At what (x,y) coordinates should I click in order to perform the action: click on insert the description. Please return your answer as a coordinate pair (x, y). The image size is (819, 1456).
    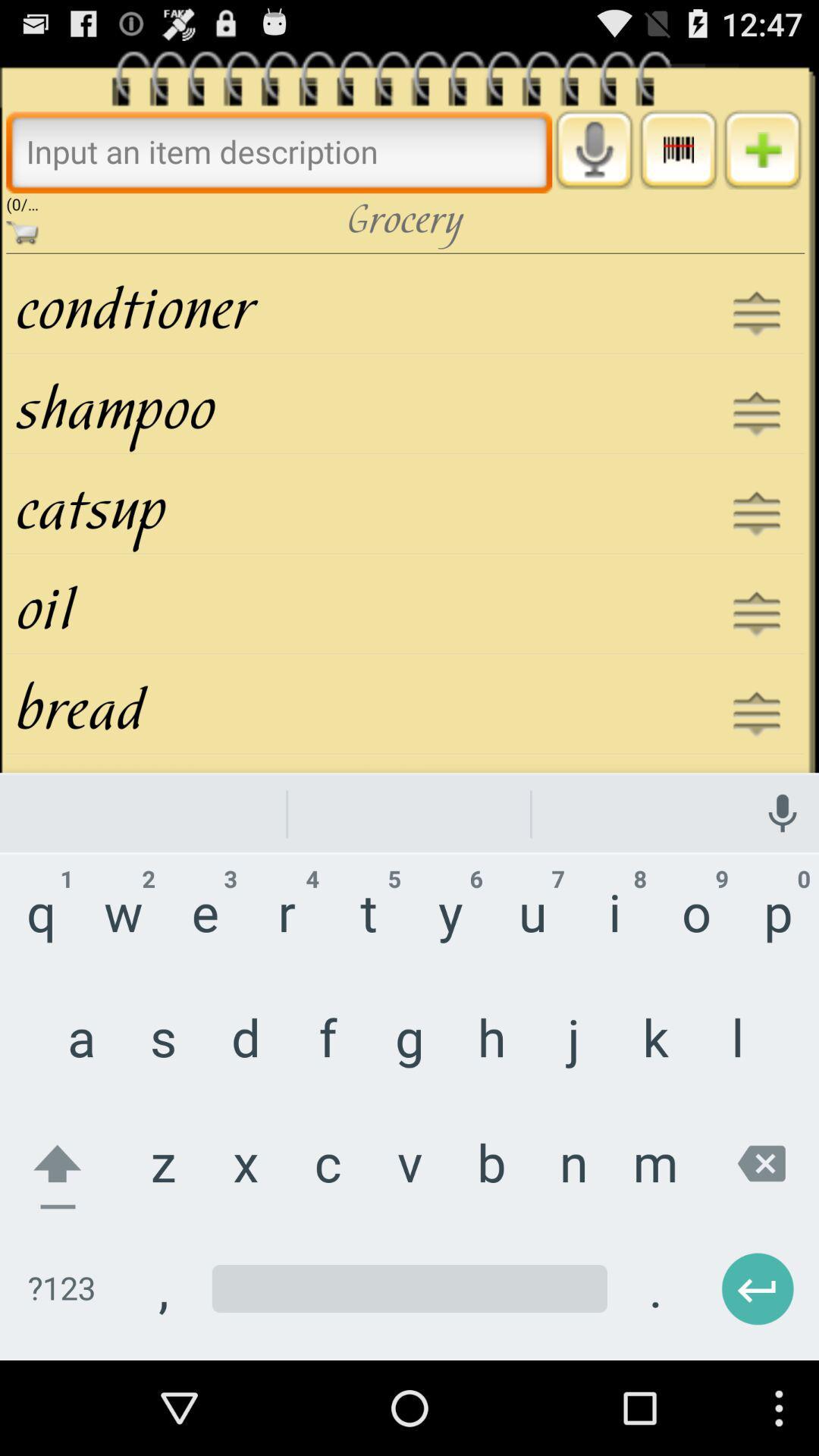
    Looking at the image, I should click on (279, 151).